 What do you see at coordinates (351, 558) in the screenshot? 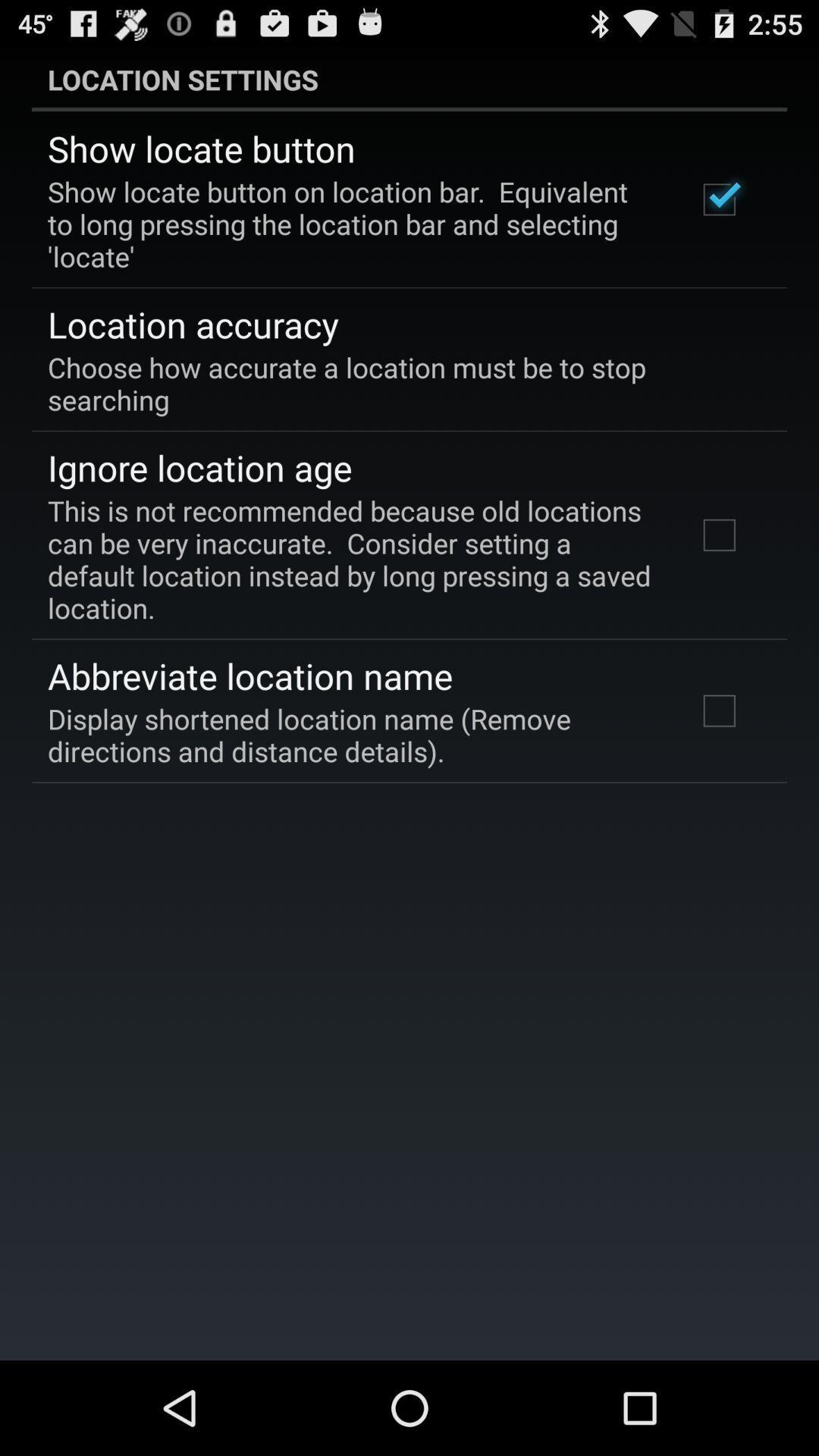
I see `the item below the ignore location age icon` at bounding box center [351, 558].